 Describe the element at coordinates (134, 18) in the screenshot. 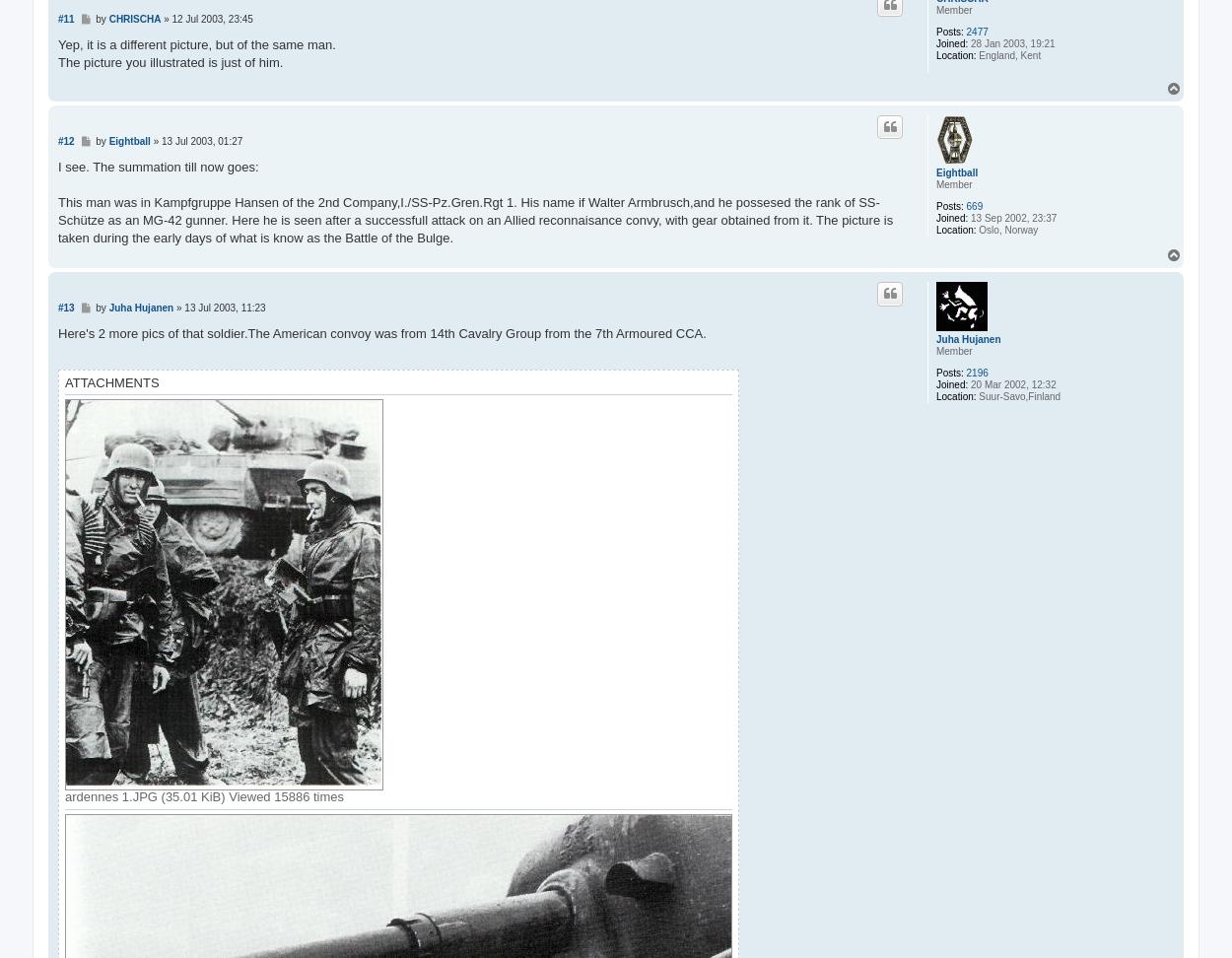

I see `'CHRISCHA'` at that location.